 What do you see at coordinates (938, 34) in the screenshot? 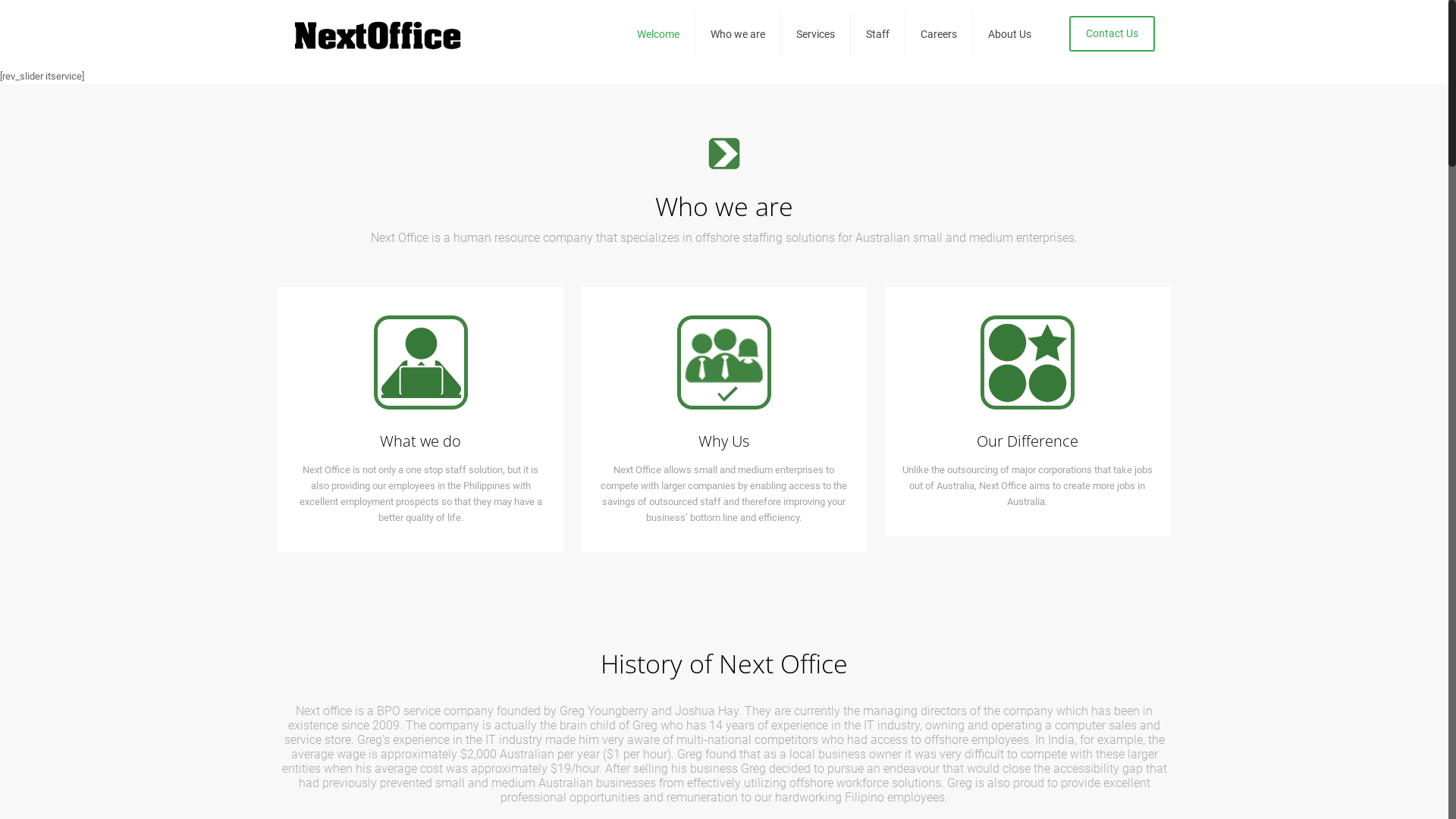
I see `'Careers'` at bounding box center [938, 34].